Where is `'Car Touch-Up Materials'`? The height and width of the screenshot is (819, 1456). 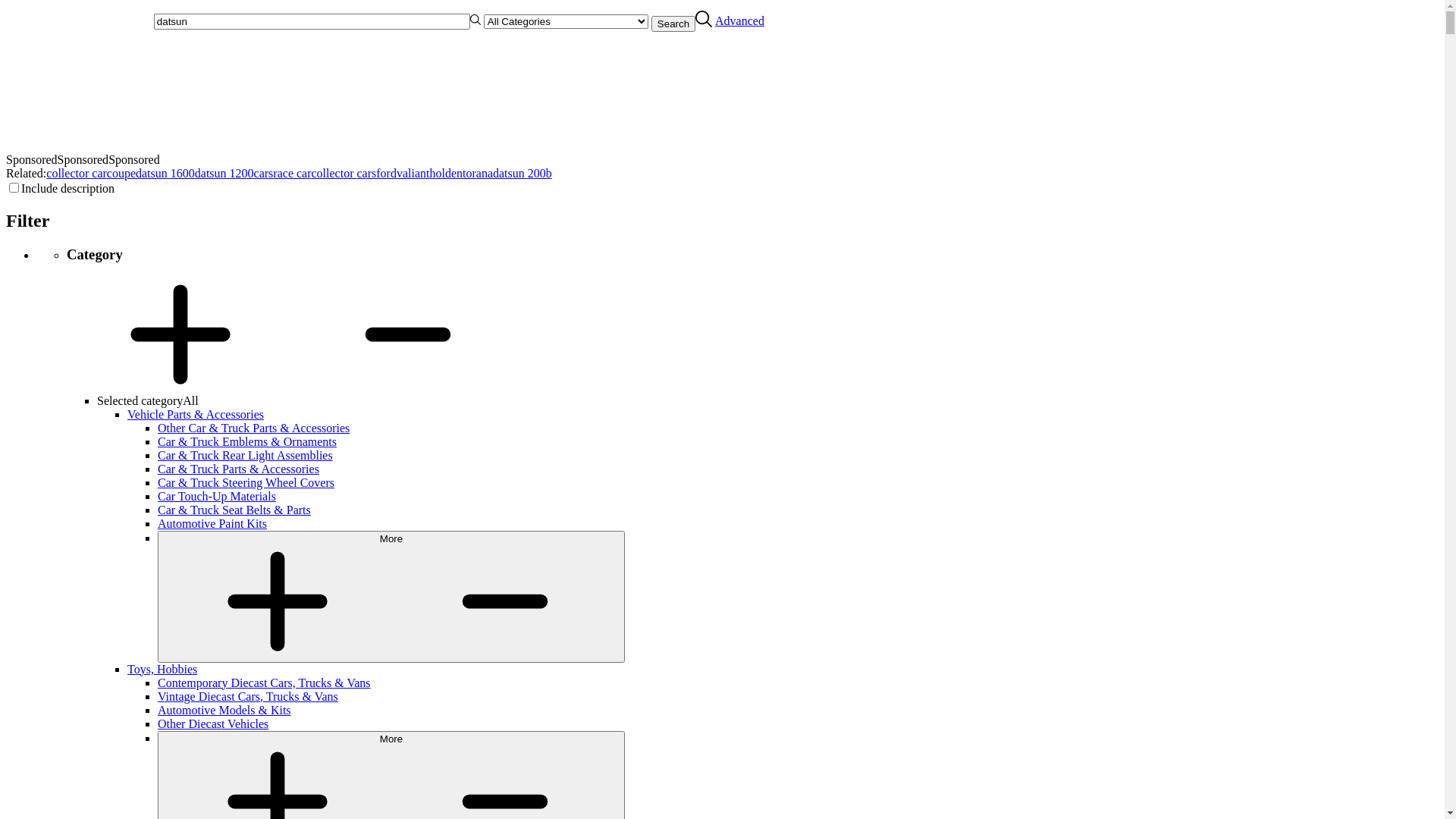 'Car Touch-Up Materials' is located at coordinates (216, 496).